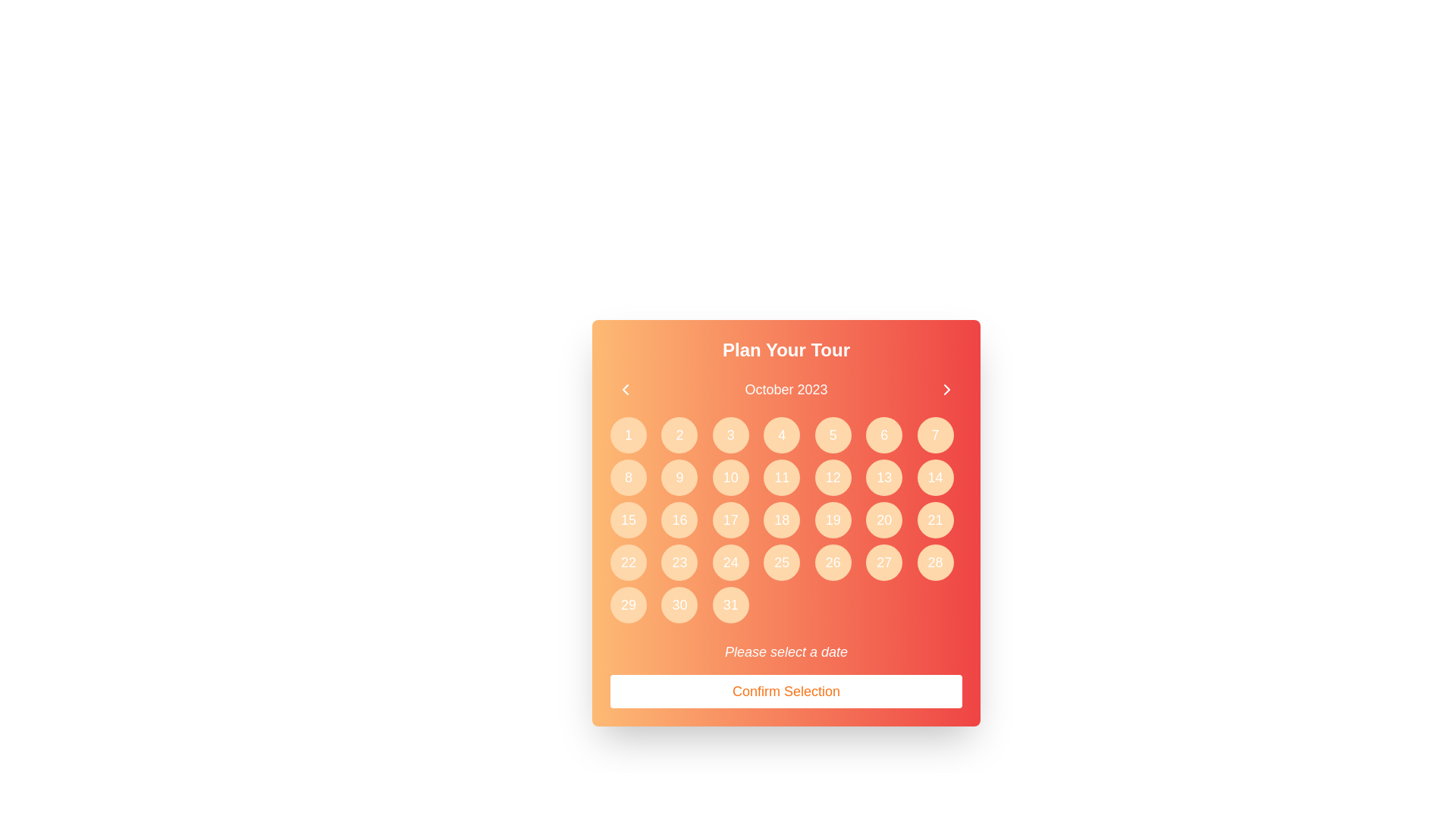  What do you see at coordinates (782, 476) in the screenshot?
I see `the circular button with a light orange background displaying the number '11' in bold white text` at bounding box center [782, 476].